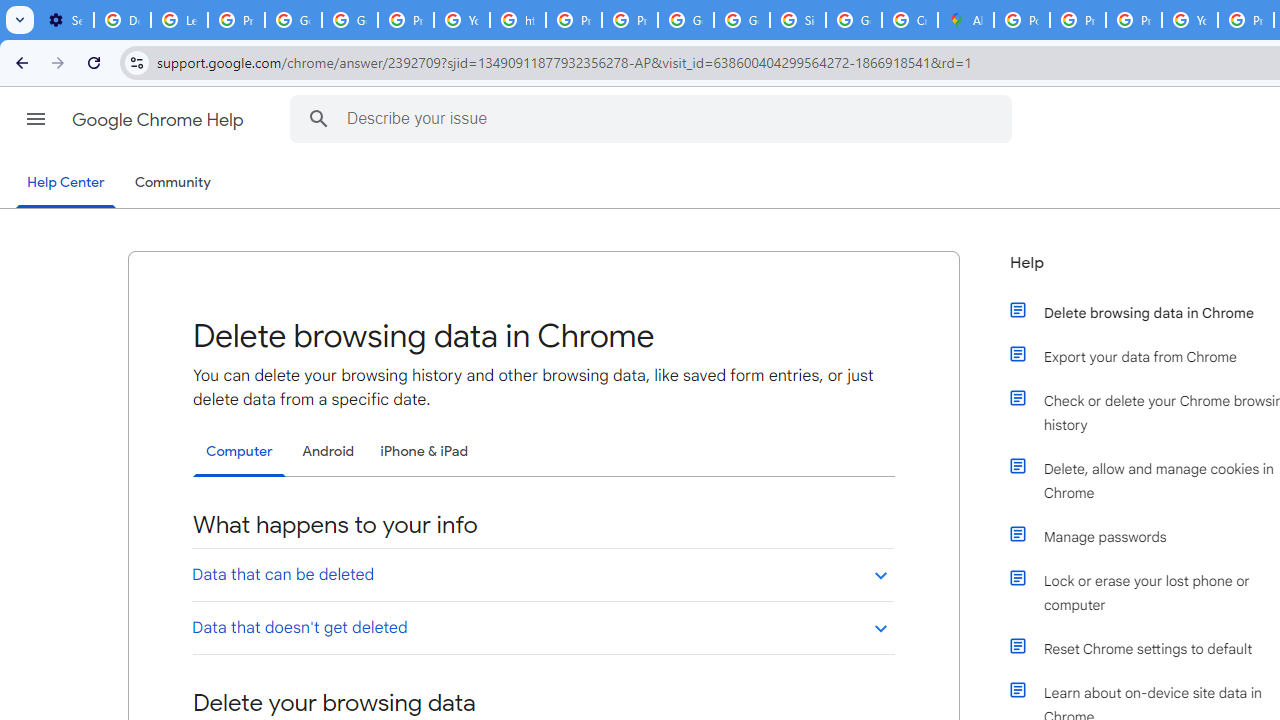 This screenshot has height=720, width=1280. What do you see at coordinates (317, 118) in the screenshot?
I see `'Search Help Center'` at bounding box center [317, 118].